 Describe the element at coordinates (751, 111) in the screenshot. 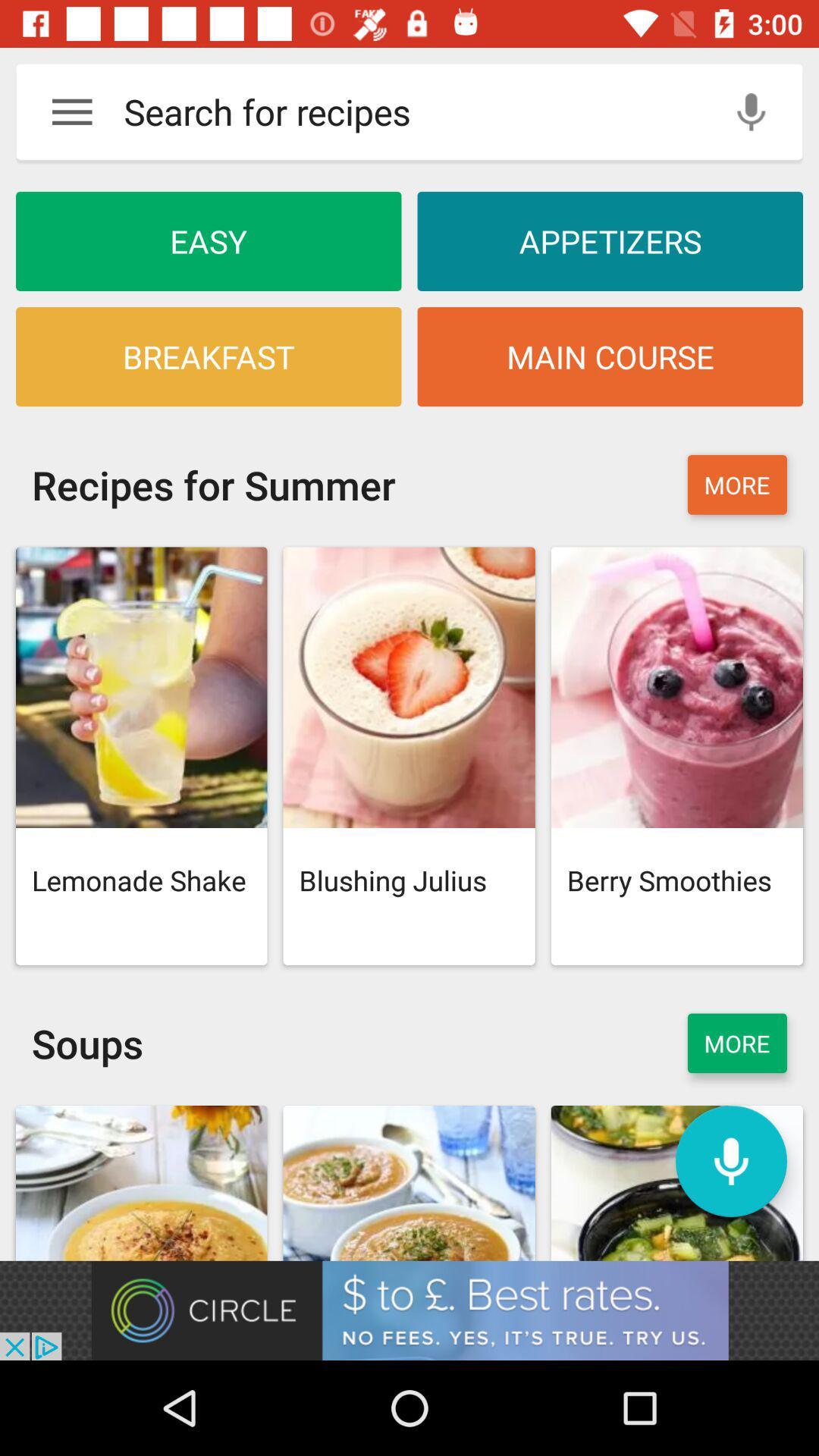

I see `use microphone` at that location.